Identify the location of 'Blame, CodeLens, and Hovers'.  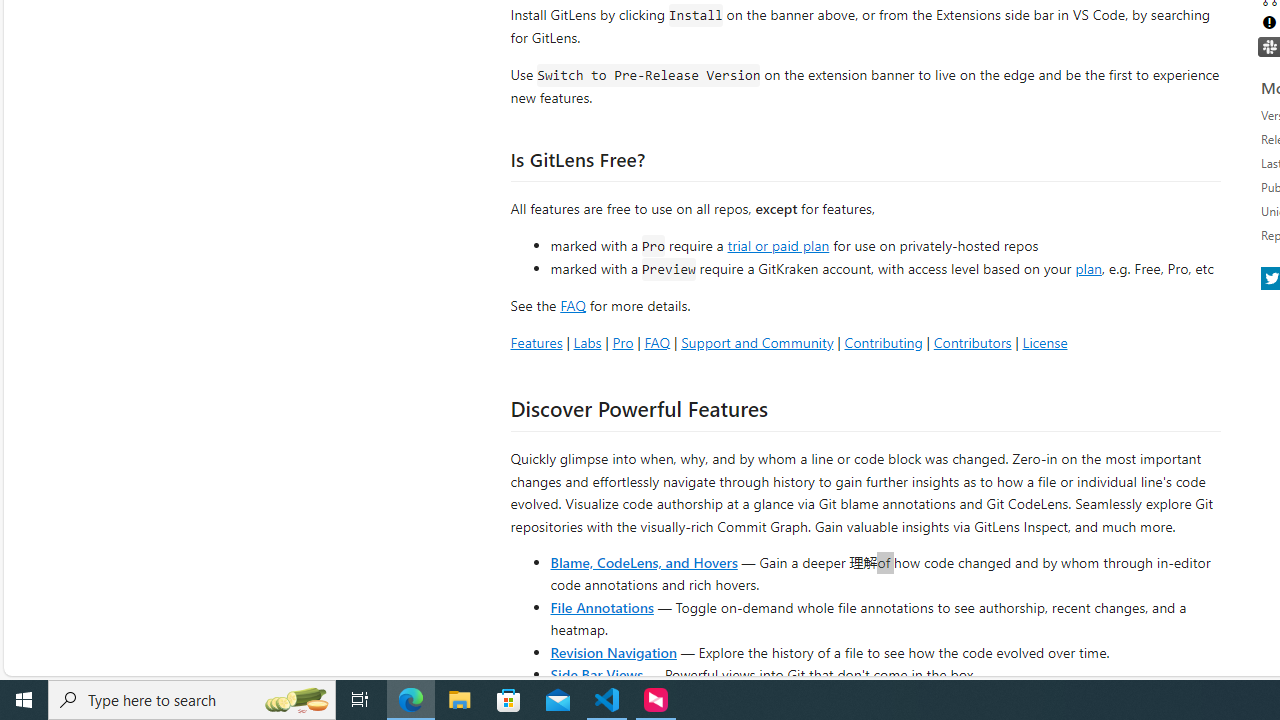
(644, 561).